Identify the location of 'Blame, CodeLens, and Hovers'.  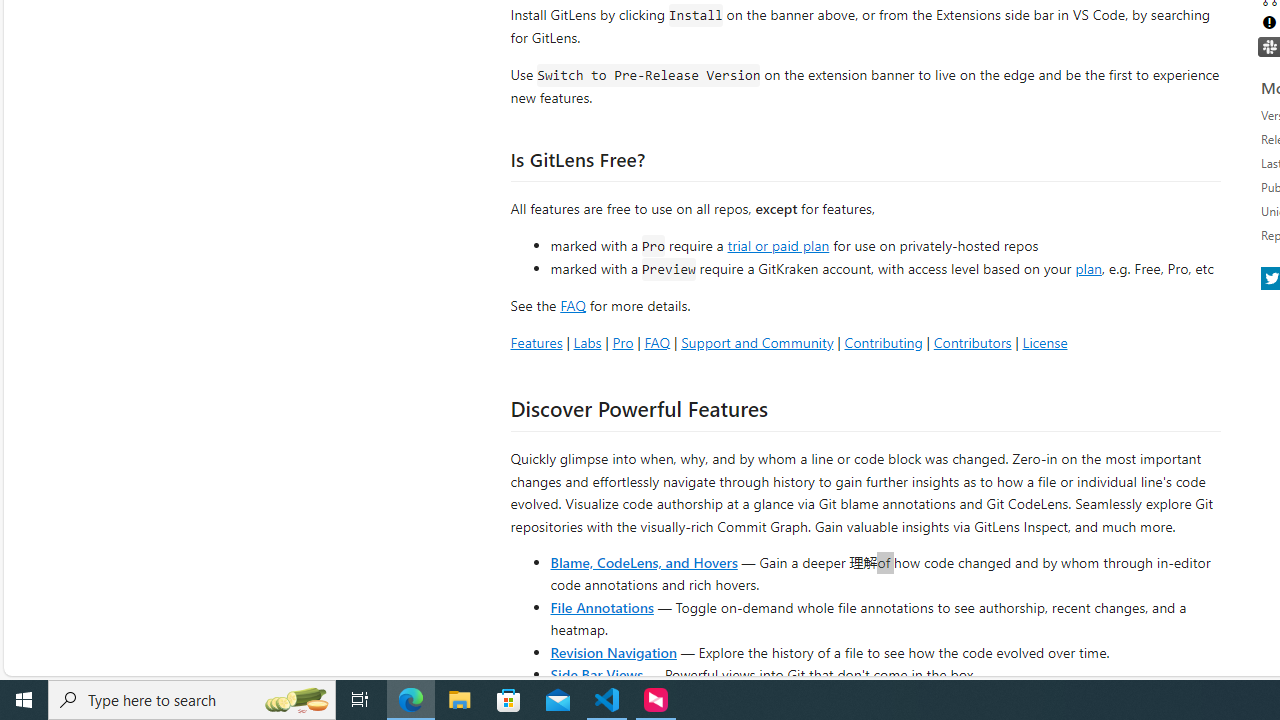
(644, 561).